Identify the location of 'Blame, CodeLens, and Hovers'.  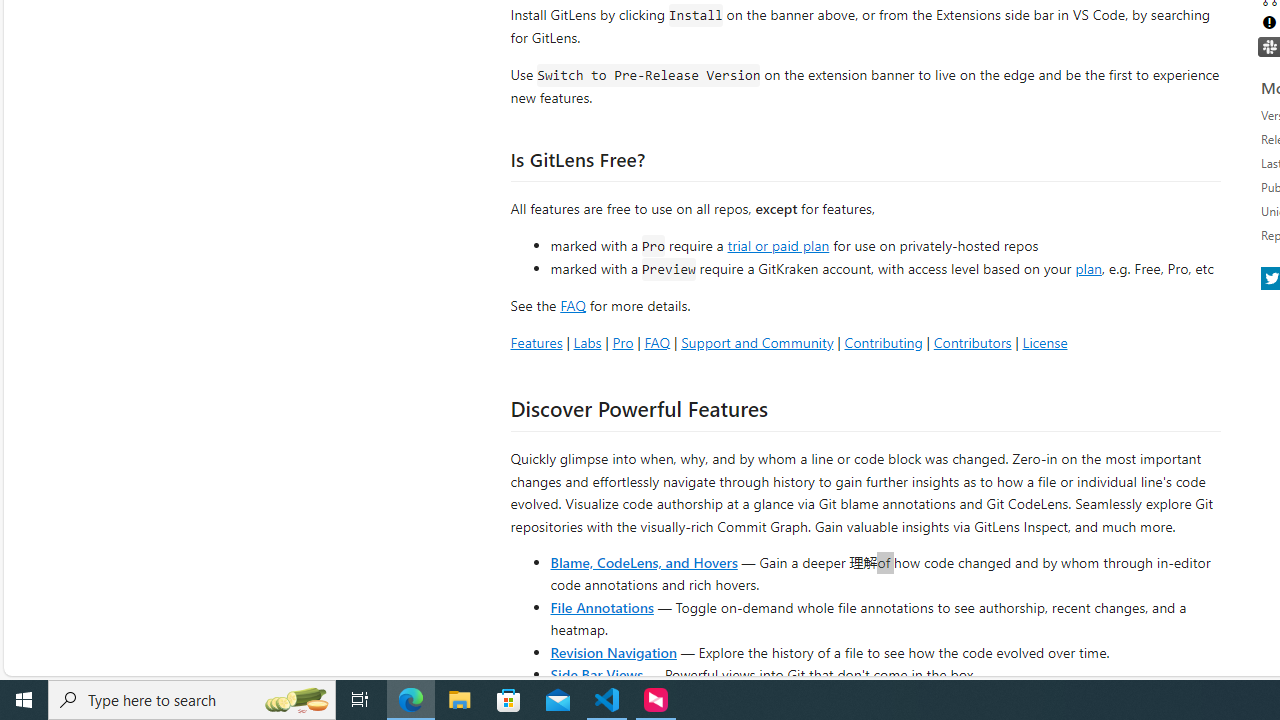
(644, 561).